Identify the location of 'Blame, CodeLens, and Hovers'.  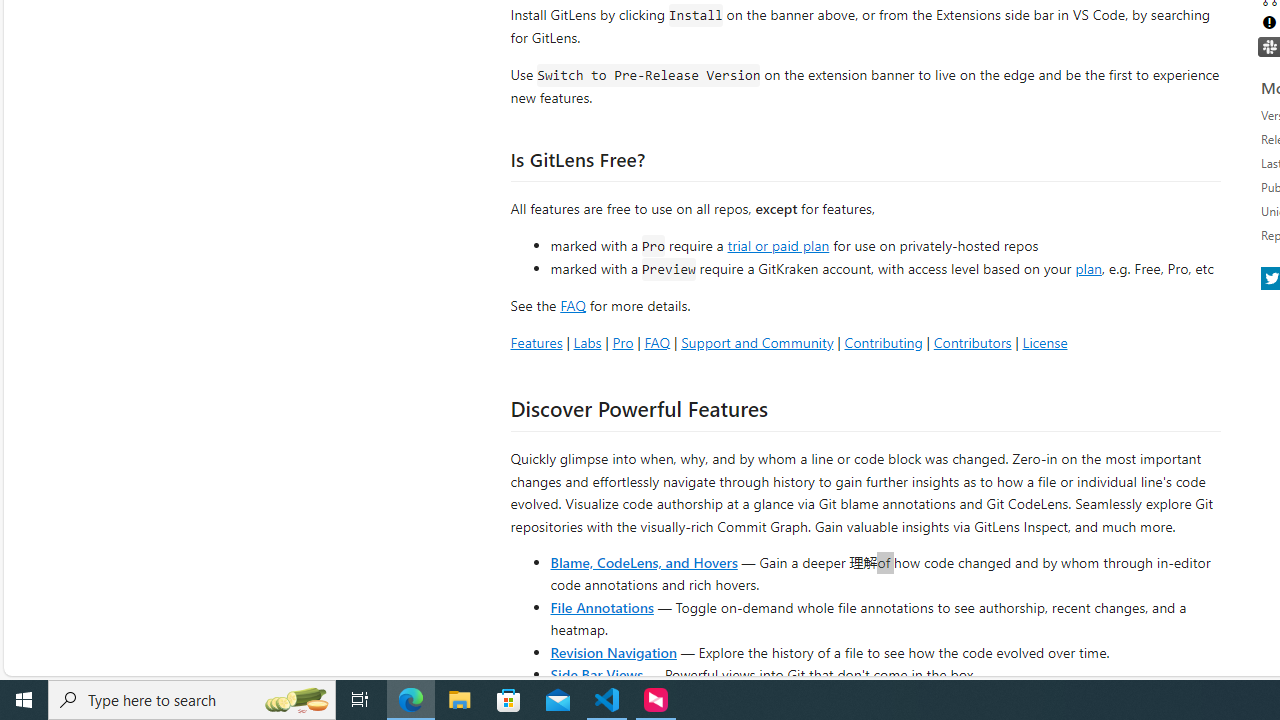
(644, 561).